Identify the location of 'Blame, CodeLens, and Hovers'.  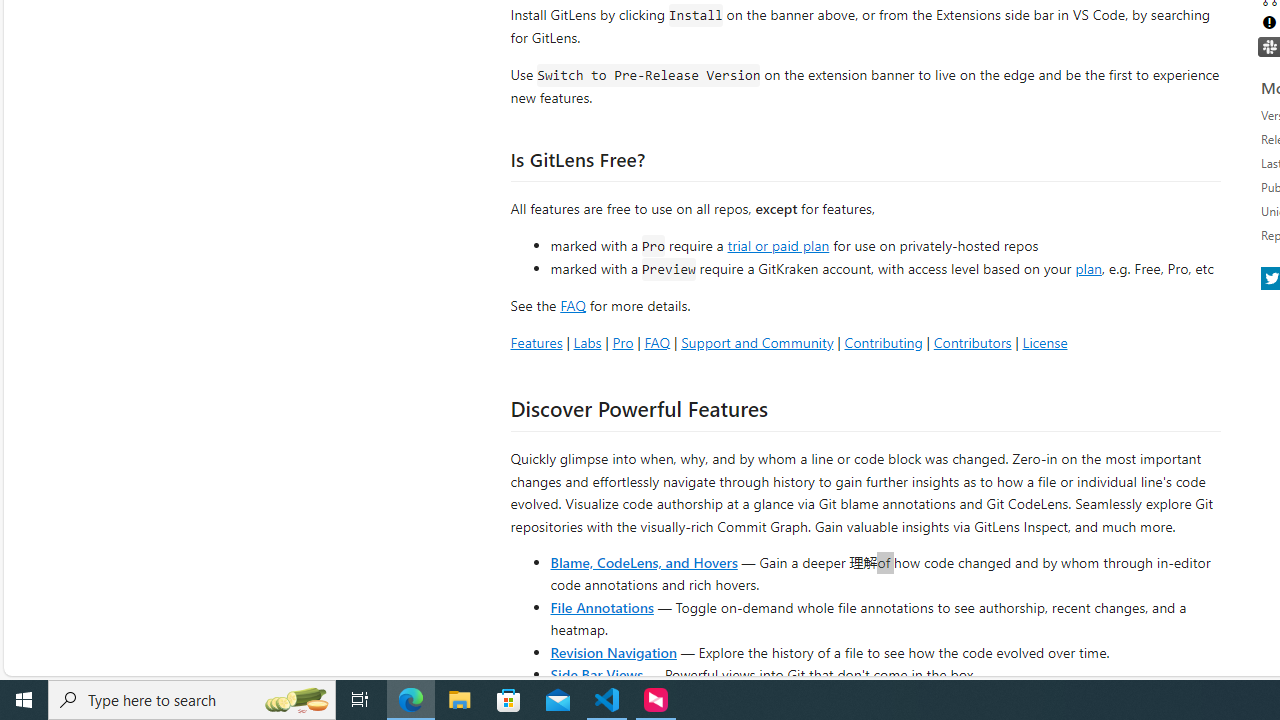
(644, 561).